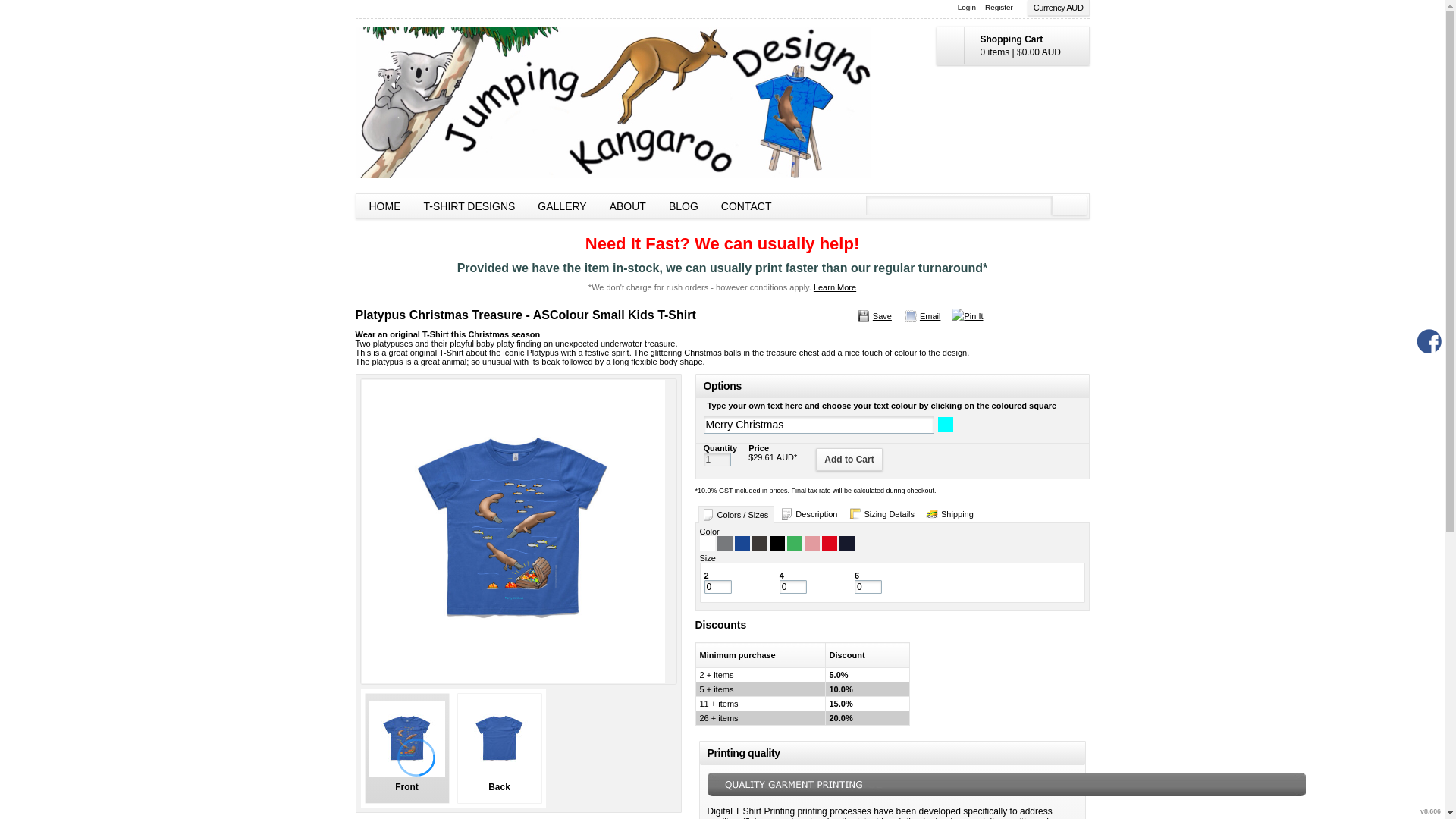 The width and height of the screenshot is (1456, 819). What do you see at coordinates (966, 8) in the screenshot?
I see `'Login'` at bounding box center [966, 8].